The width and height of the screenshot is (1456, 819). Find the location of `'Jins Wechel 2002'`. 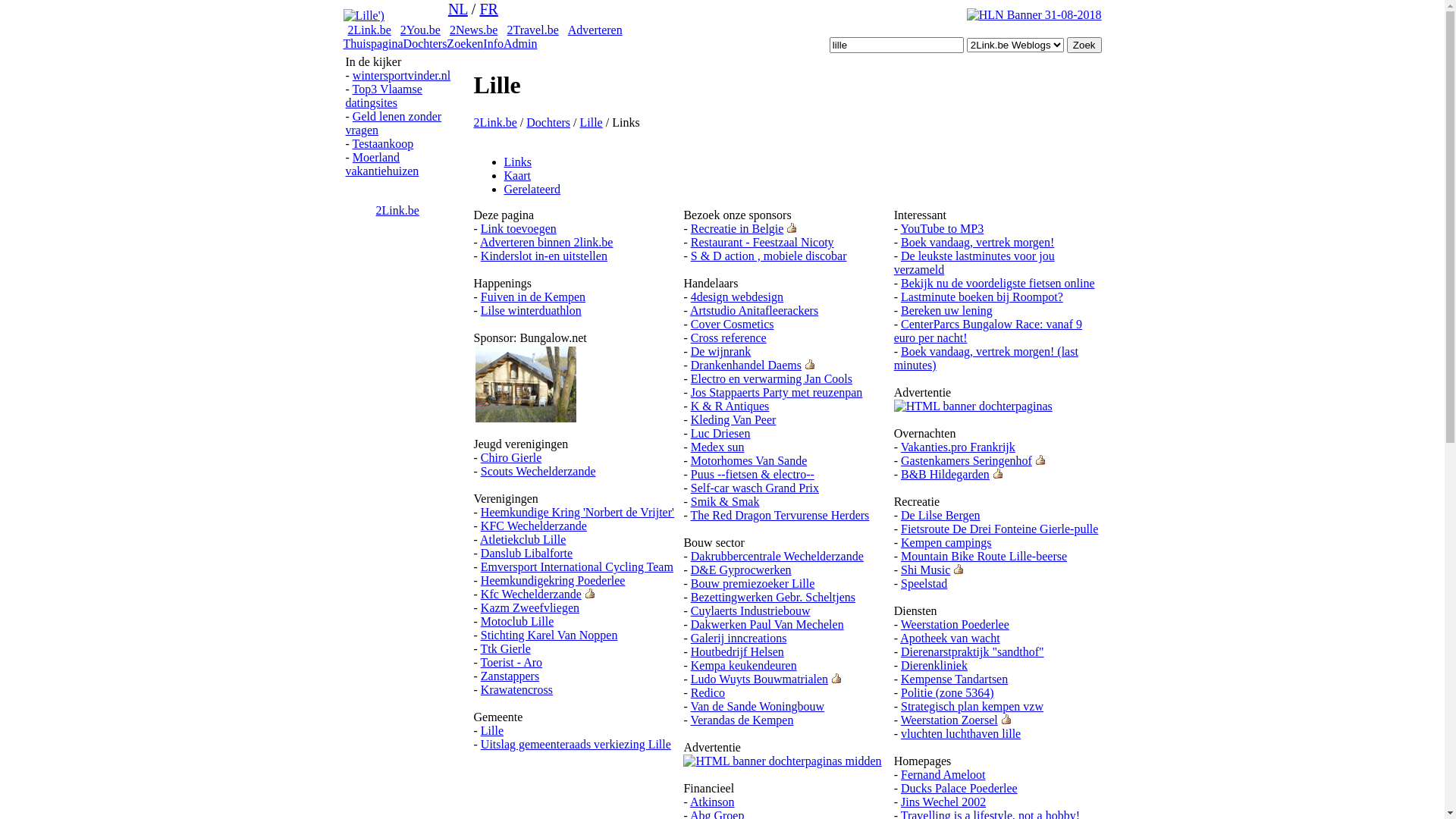

'Jins Wechel 2002' is located at coordinates (942, 801).